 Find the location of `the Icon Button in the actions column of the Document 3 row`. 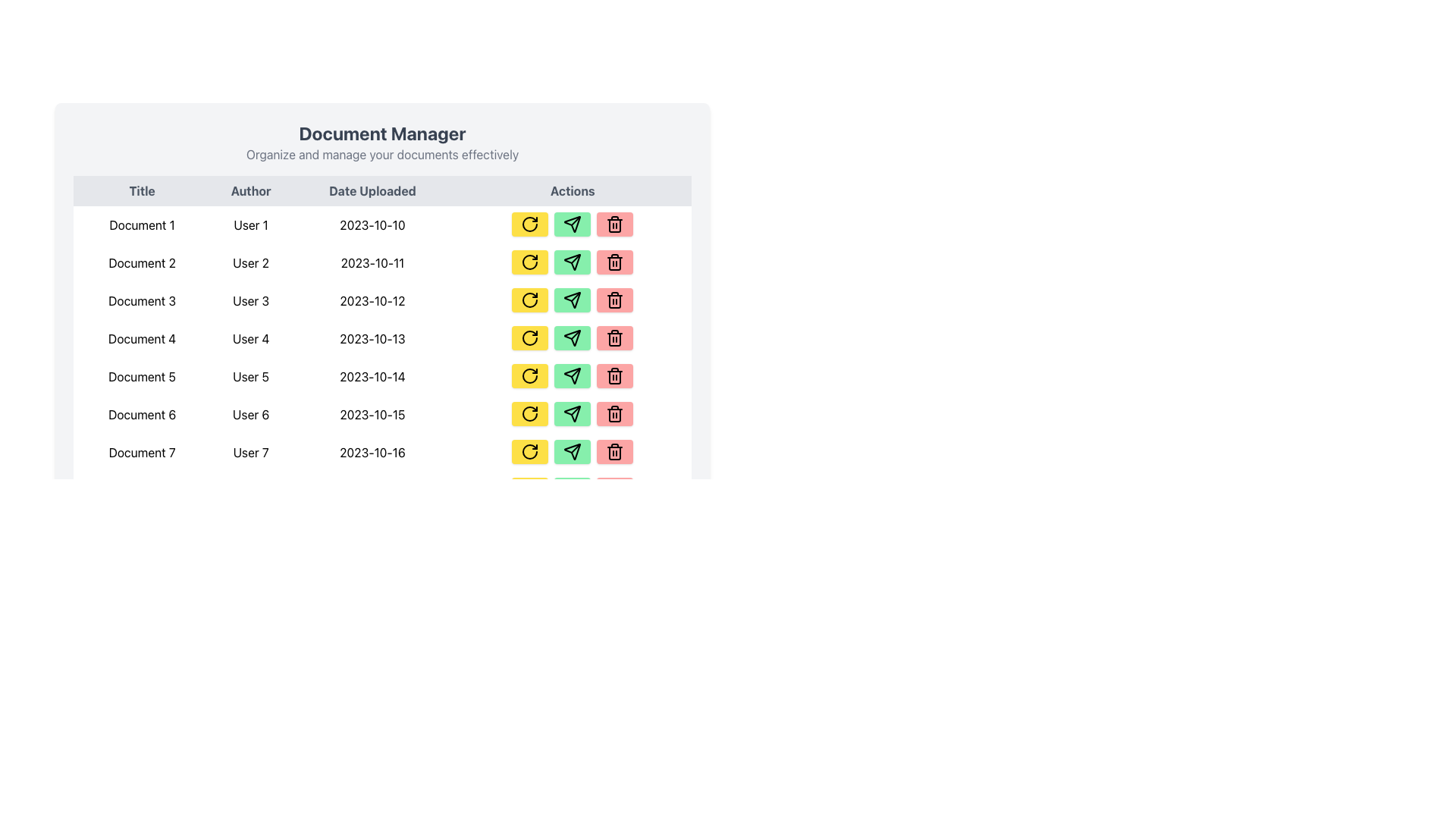

the Icon Button in the actions column of the Document 3 row is located at coordinates (572, 224).